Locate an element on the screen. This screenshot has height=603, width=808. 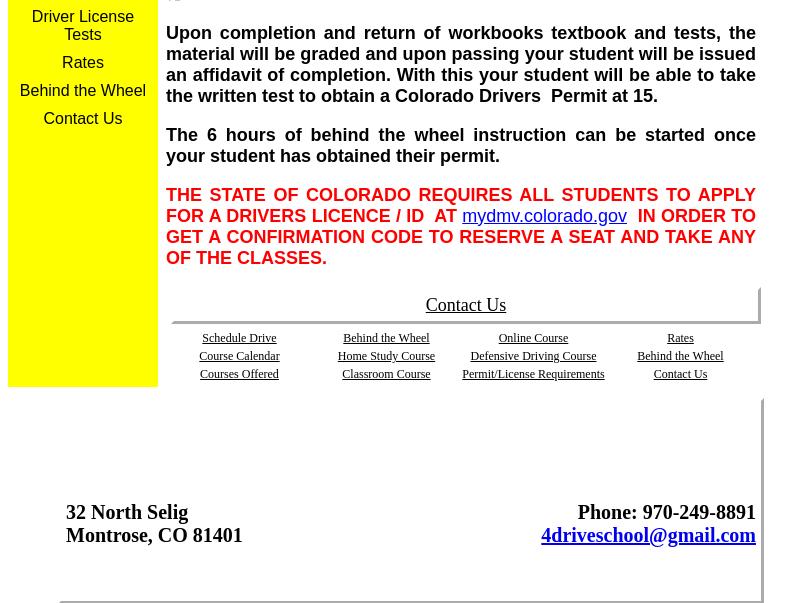
'THE STATE OF COLORADO 
	REQUIRES ALL STUDENTS TO APPLY FOR A DRIVERS LICENCE / ID  AT' is located at coordinates (460, 204).